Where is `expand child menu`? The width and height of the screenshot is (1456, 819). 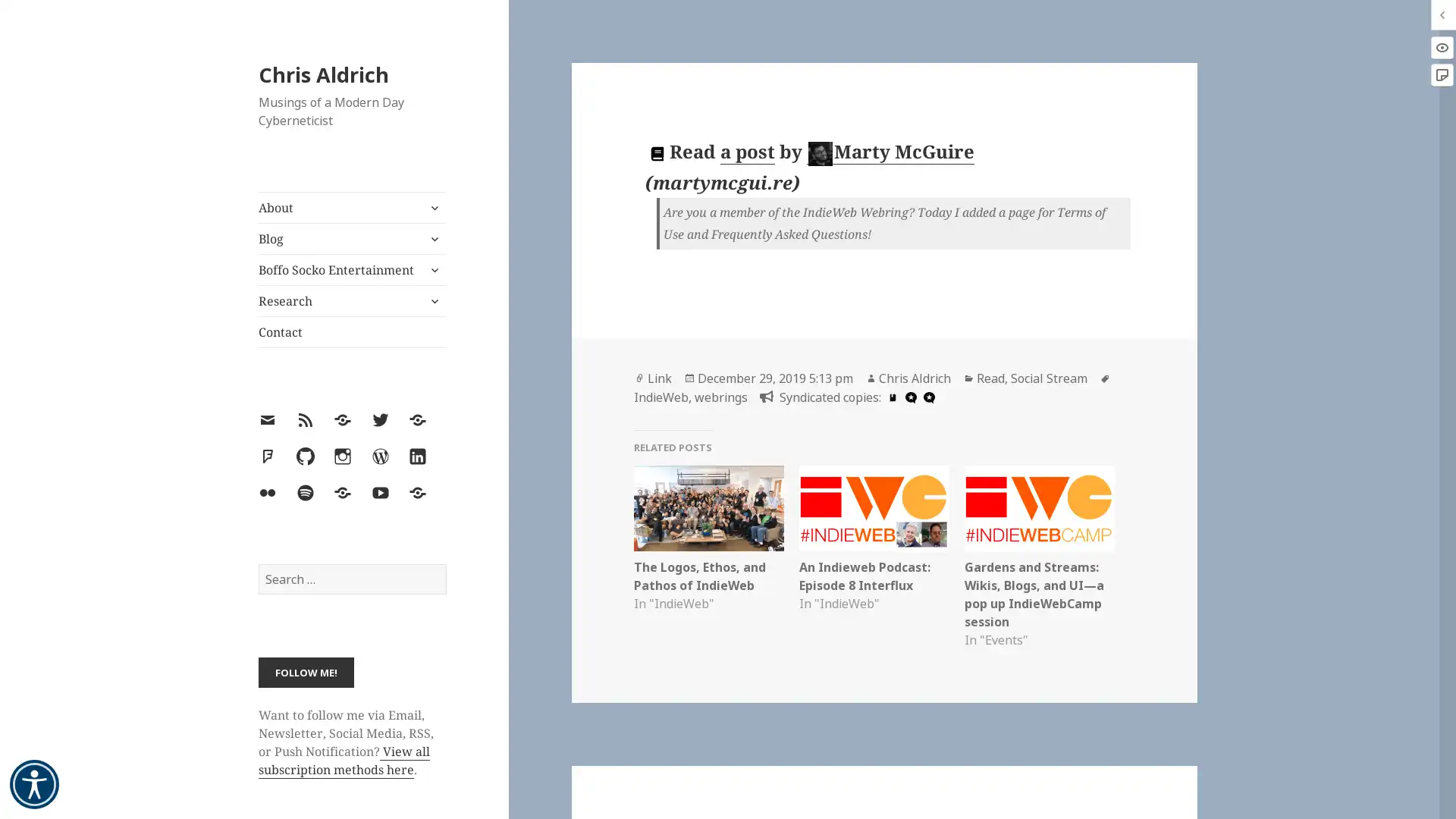
expand child menu is located at coordinates (432, 268).